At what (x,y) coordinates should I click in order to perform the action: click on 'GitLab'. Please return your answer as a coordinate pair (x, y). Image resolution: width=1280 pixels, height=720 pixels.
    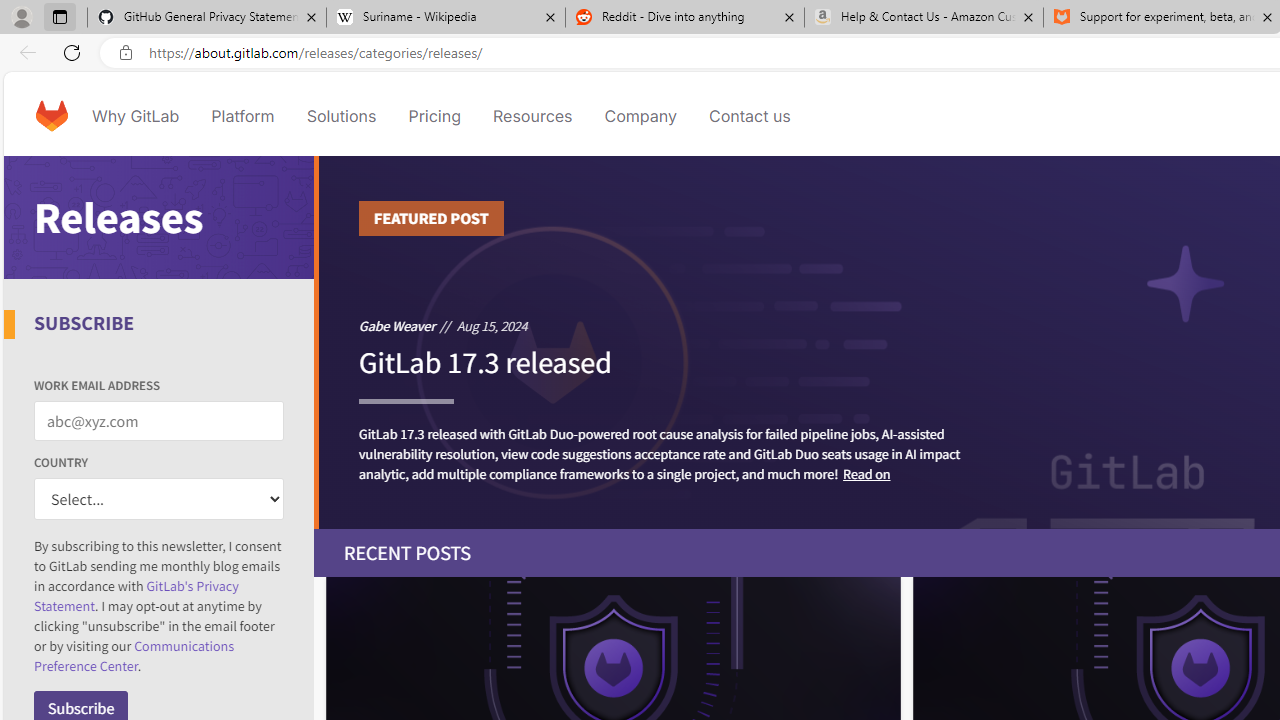
    Looking at the image, I should click on (135, 595).